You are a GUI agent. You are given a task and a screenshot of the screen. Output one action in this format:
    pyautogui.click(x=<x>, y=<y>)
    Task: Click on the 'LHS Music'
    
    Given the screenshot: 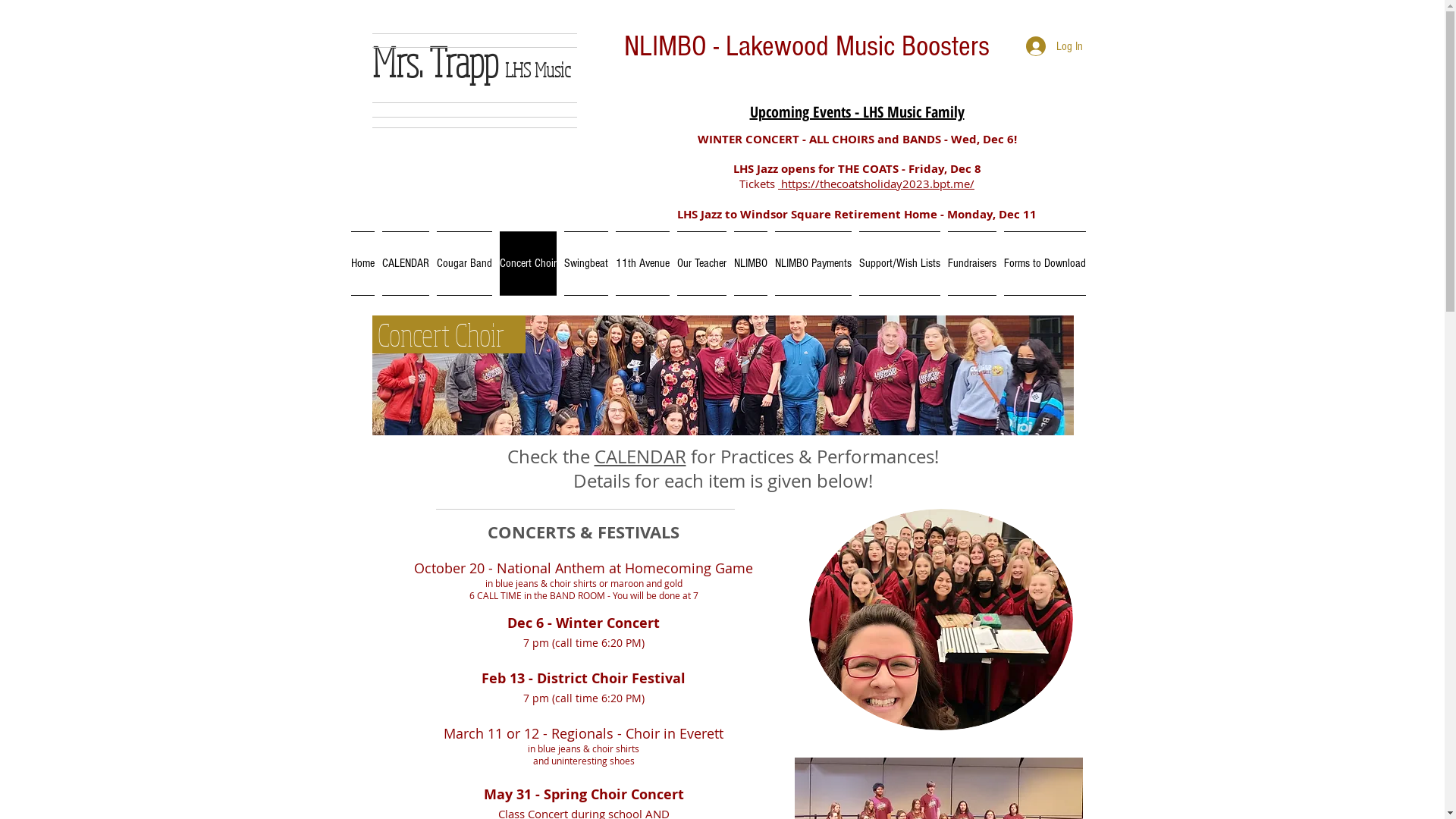 What is the action you would take?
    pyautogui.click(x=505, y=69)
    